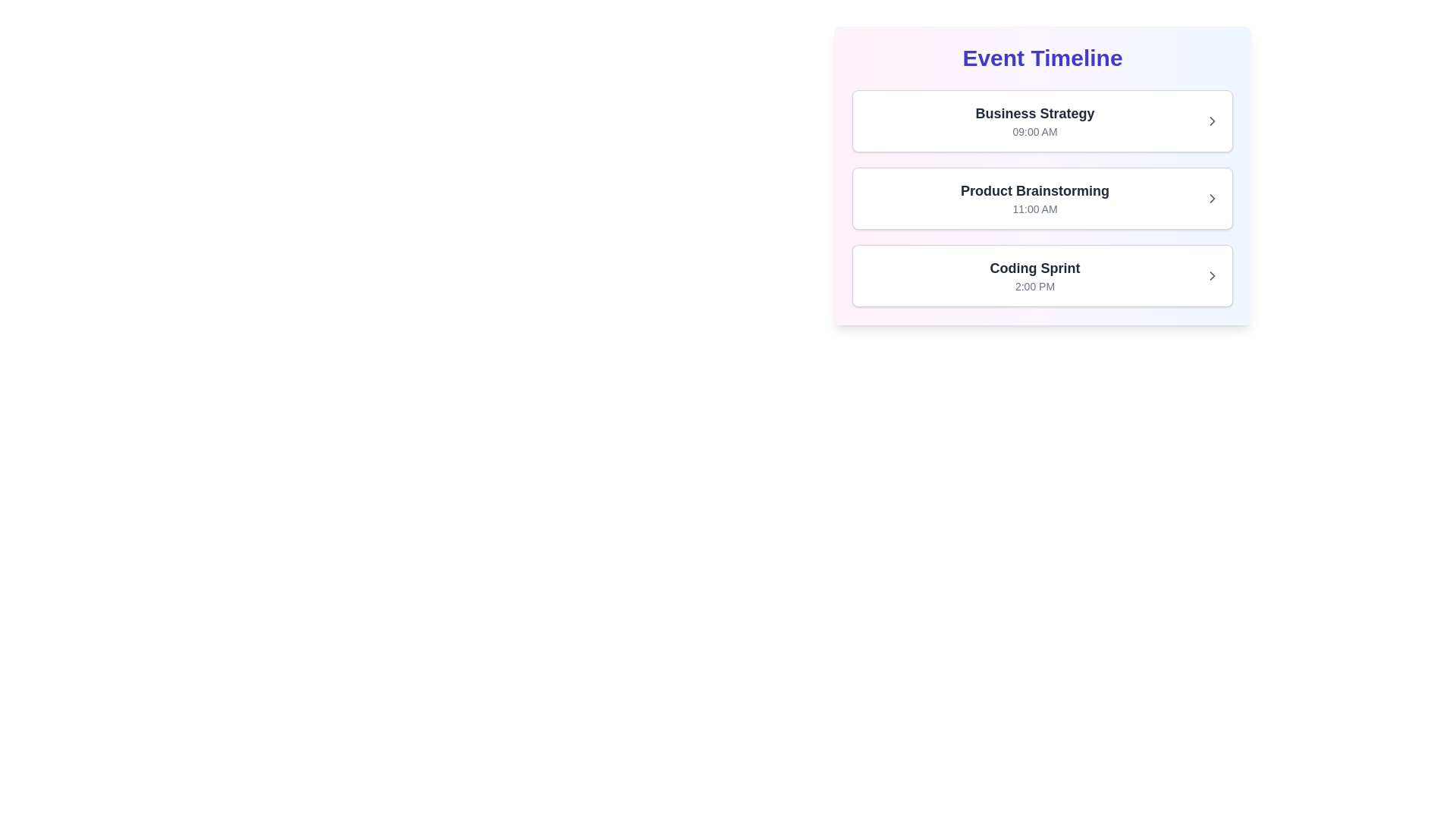  Describe the element at coordinates (1034, 120) in the screenshot. I see `the first list item in the 'Event Timeline' box that displays 'Business Strategy' and '09:00 AM'` at that location.